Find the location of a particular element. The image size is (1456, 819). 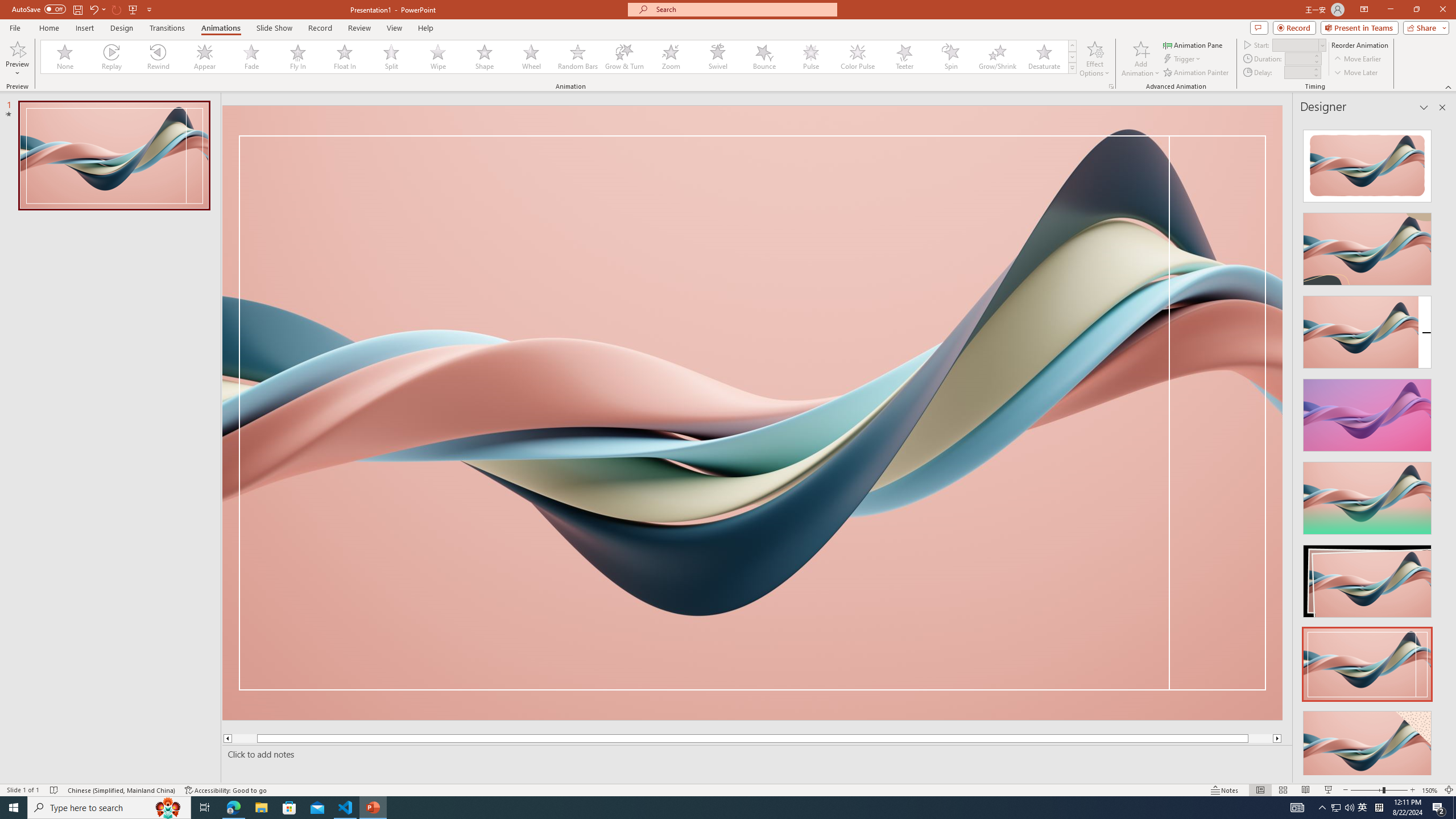

'None' is located at coordinates (65, 56).